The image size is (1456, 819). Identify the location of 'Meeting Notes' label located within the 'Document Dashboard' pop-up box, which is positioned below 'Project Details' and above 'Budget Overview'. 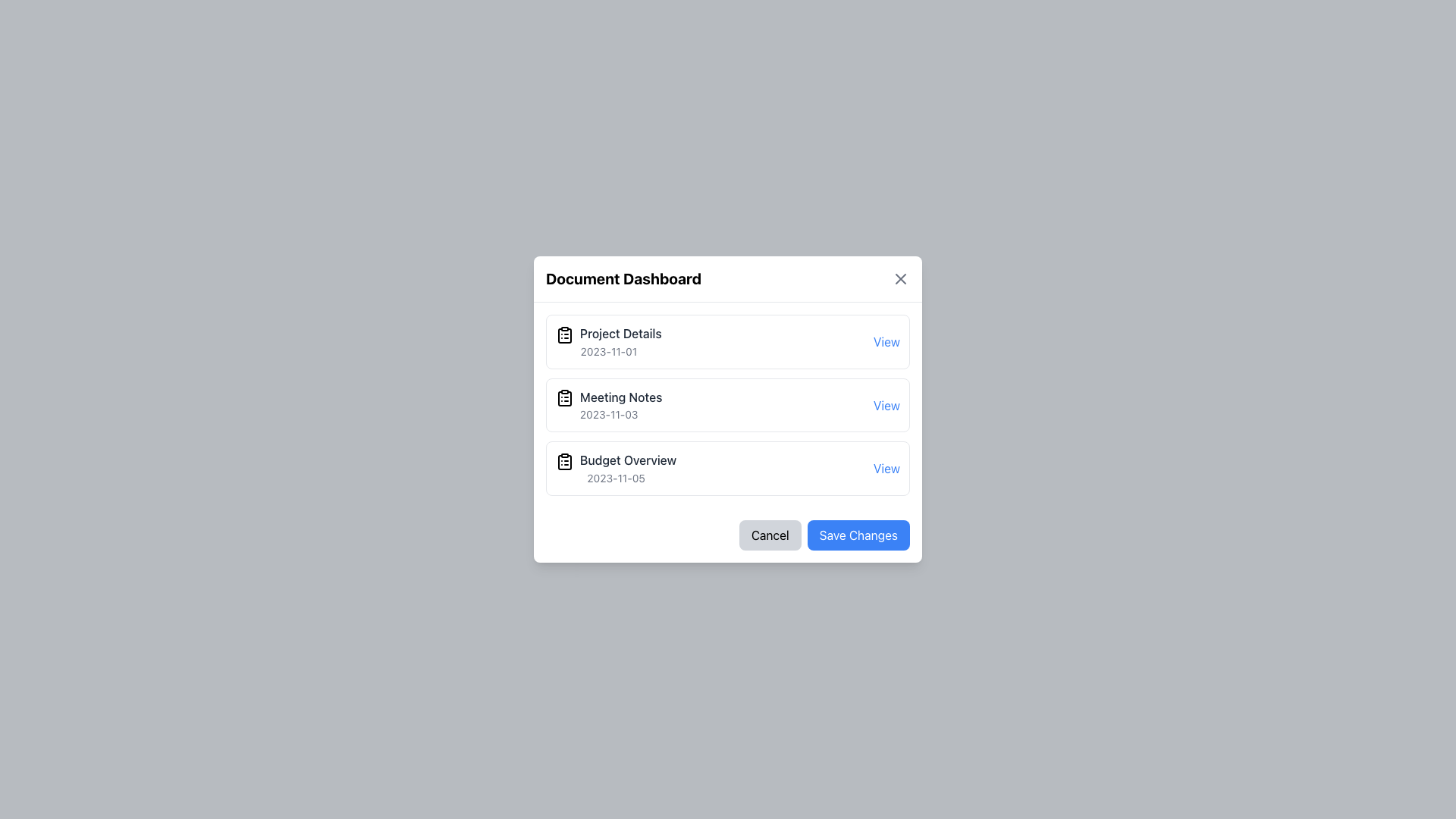
(621, 396).